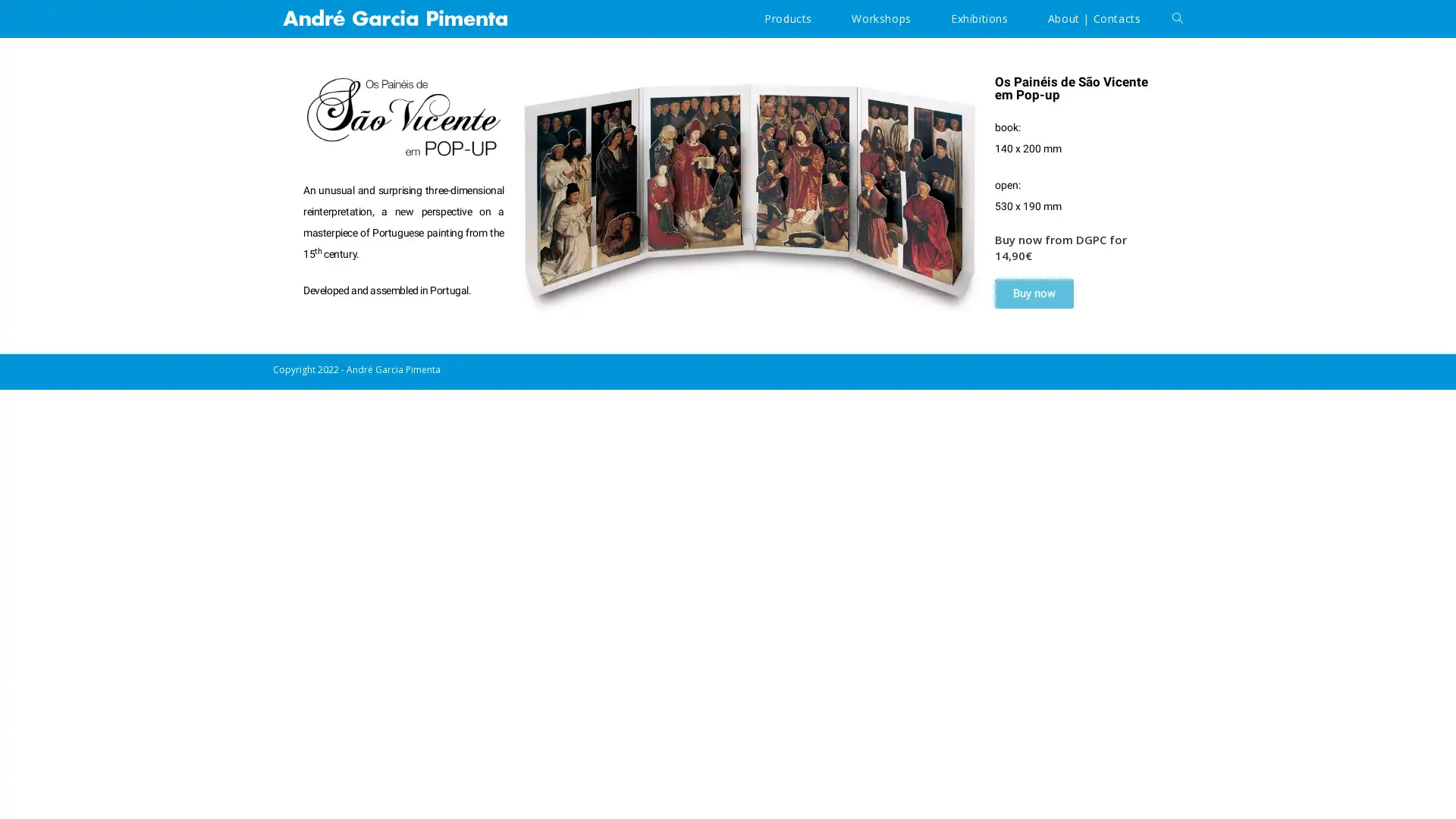  What do you see at coordinates (1033, 293) in the screenshot?
I see `Buy now` at bounding box center [1033, 293].